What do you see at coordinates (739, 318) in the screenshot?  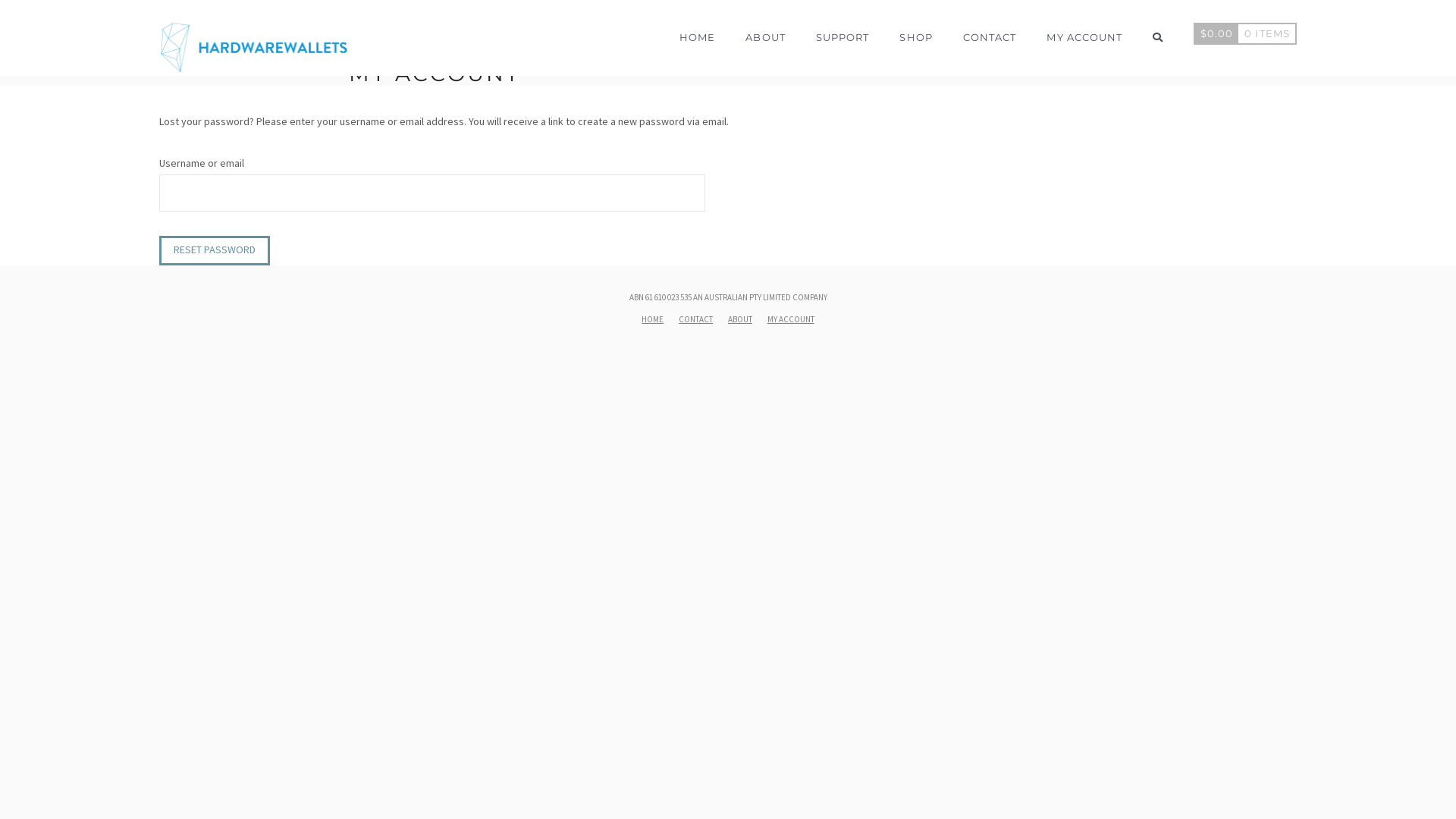 I see `'ABOUT'` at bounding box center [739, 318].